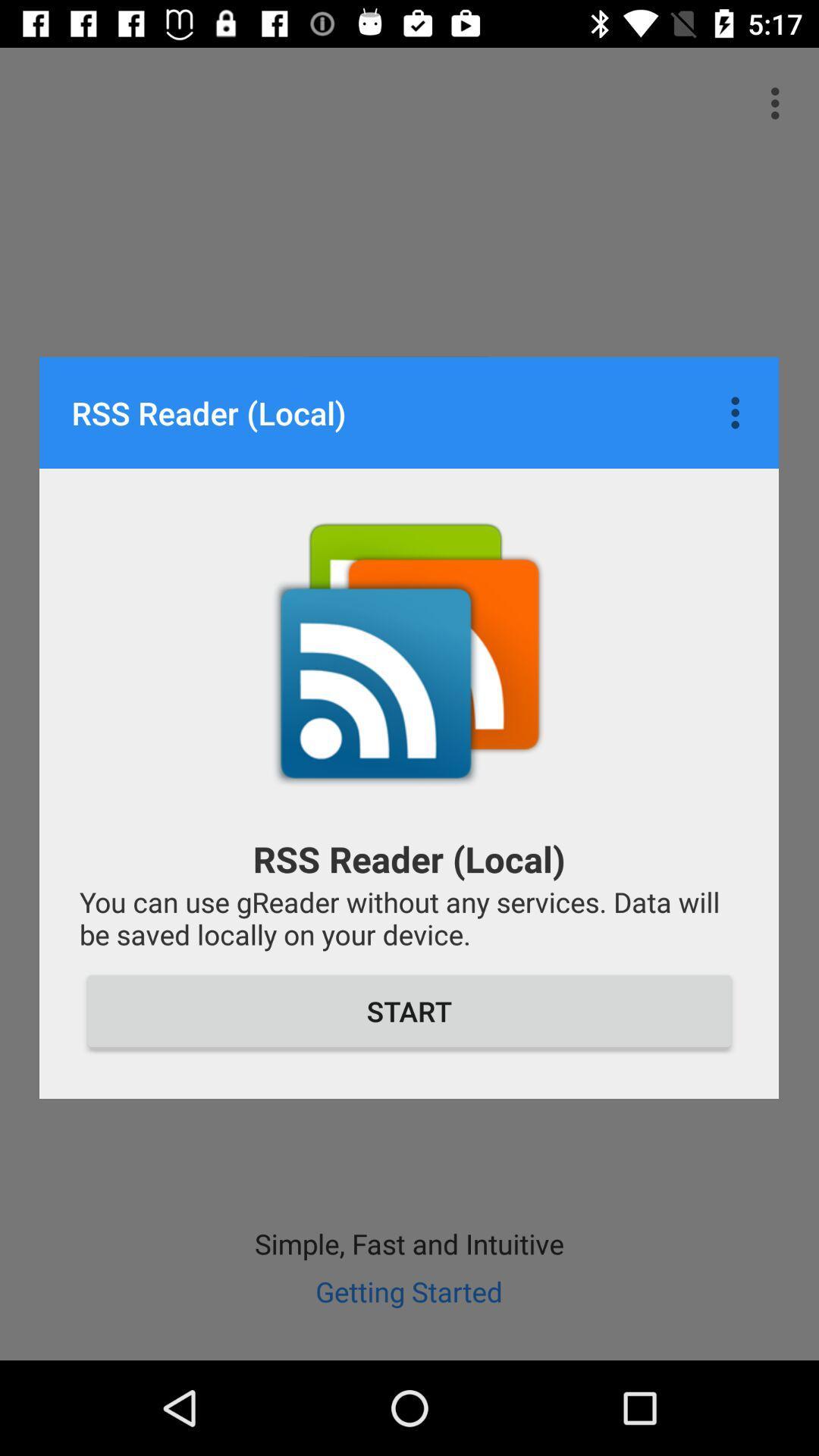 This screenshot has height=1456, width=819. I want to click on item above you can use item, so click(739, 413).